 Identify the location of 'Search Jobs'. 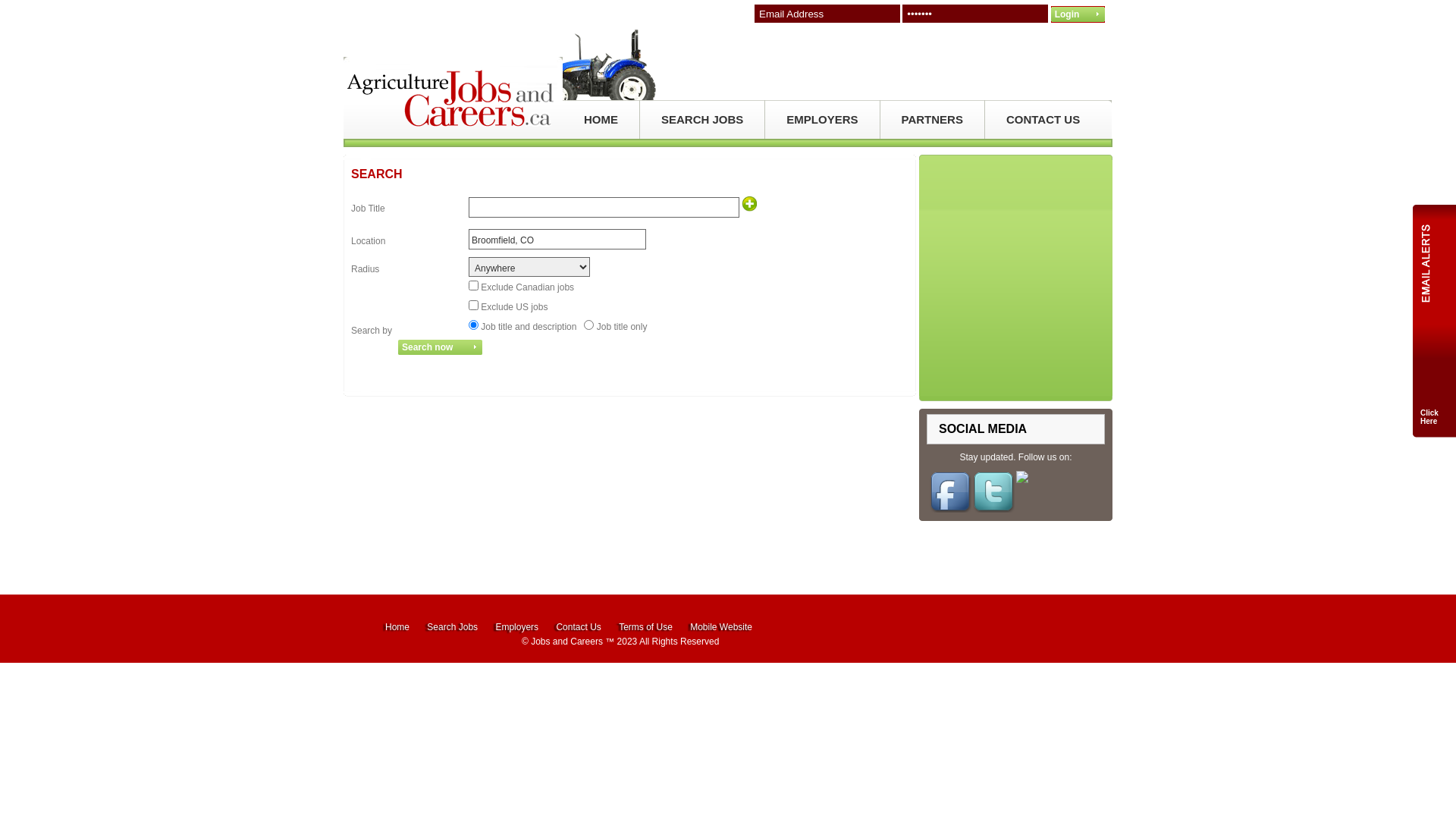
(451, 626).